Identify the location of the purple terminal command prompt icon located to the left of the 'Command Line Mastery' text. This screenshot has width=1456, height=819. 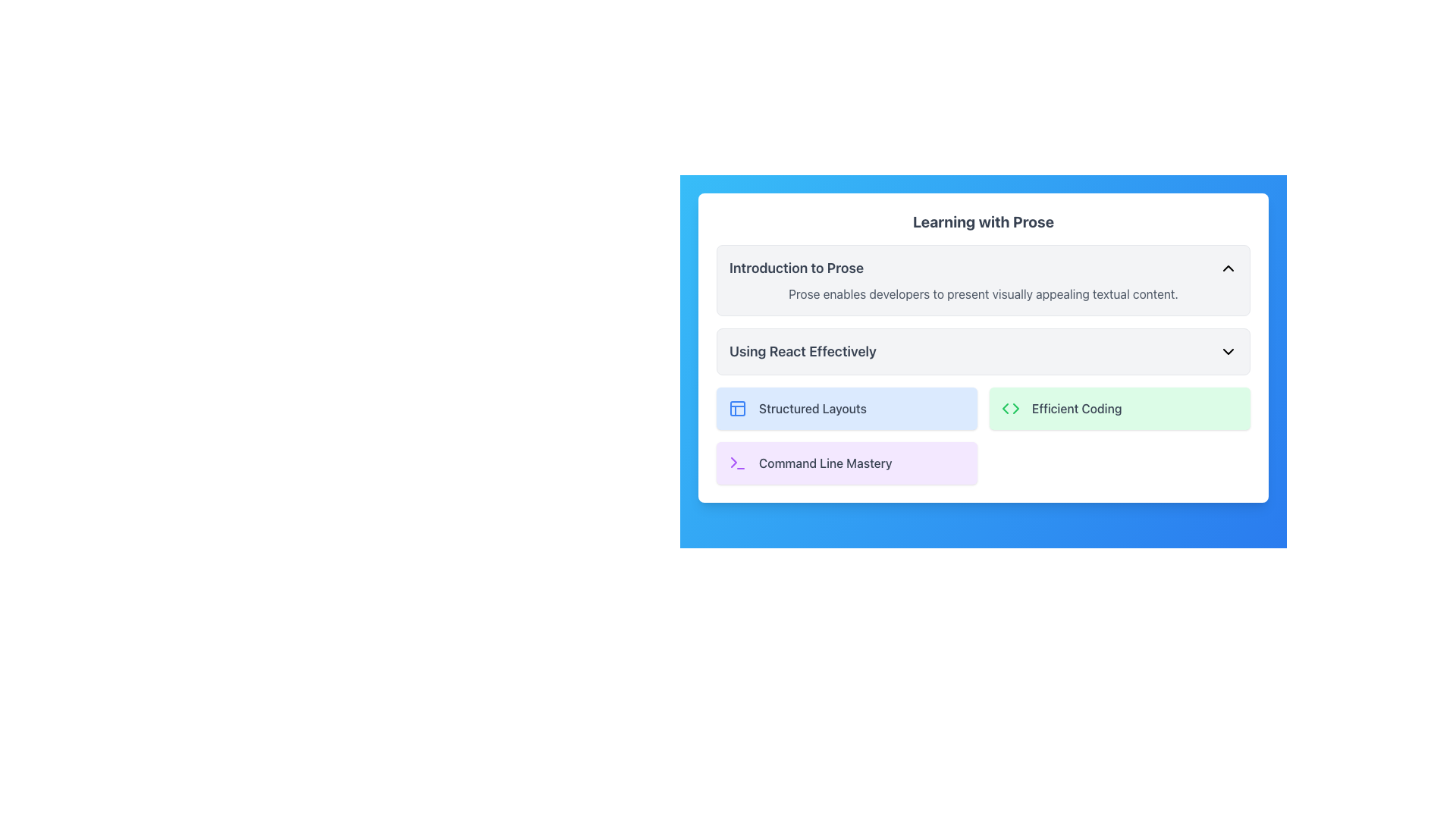
(738, 462).